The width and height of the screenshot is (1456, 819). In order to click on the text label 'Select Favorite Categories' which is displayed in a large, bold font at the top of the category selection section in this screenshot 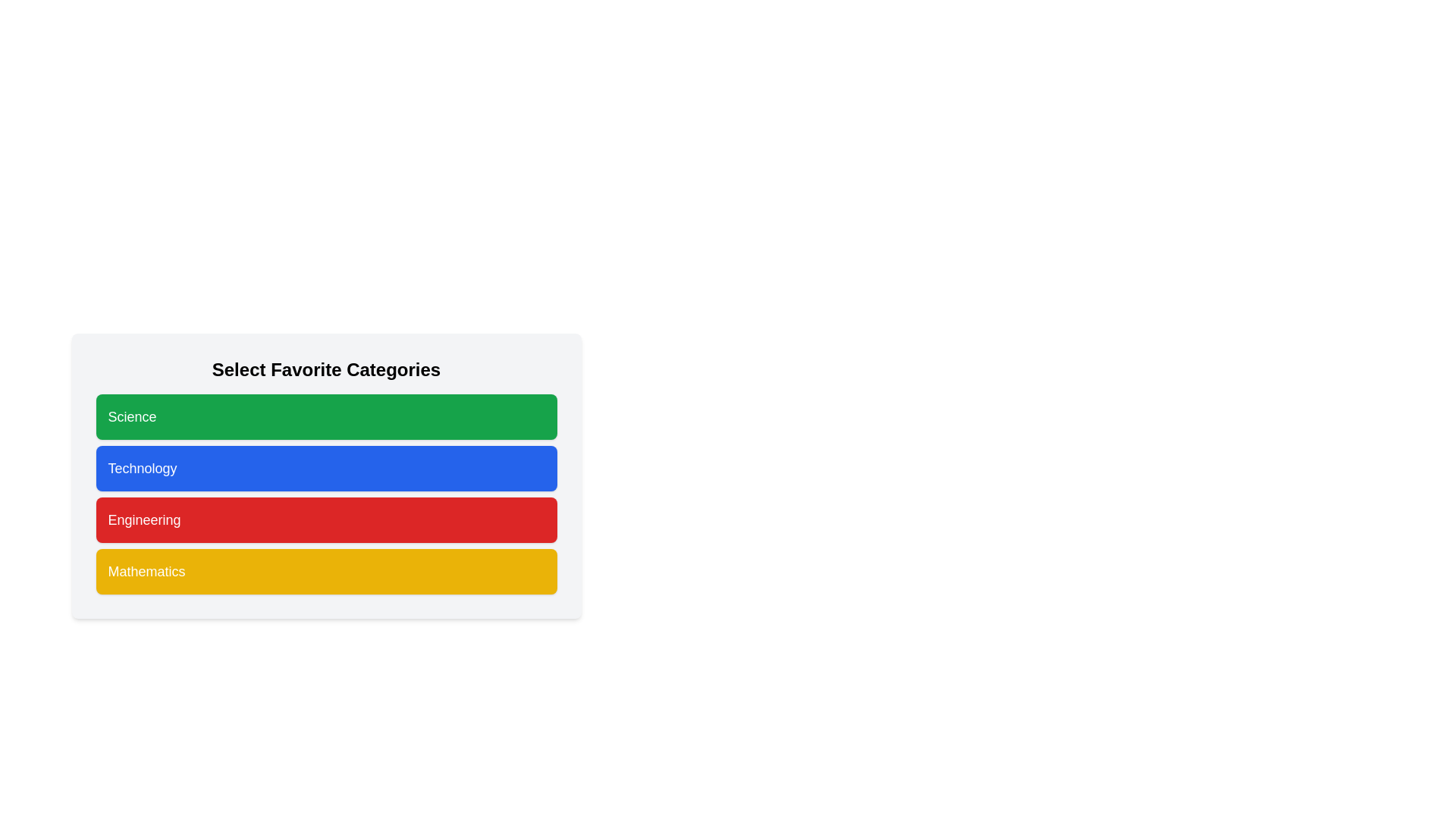, I will do `click(325, 370)`.